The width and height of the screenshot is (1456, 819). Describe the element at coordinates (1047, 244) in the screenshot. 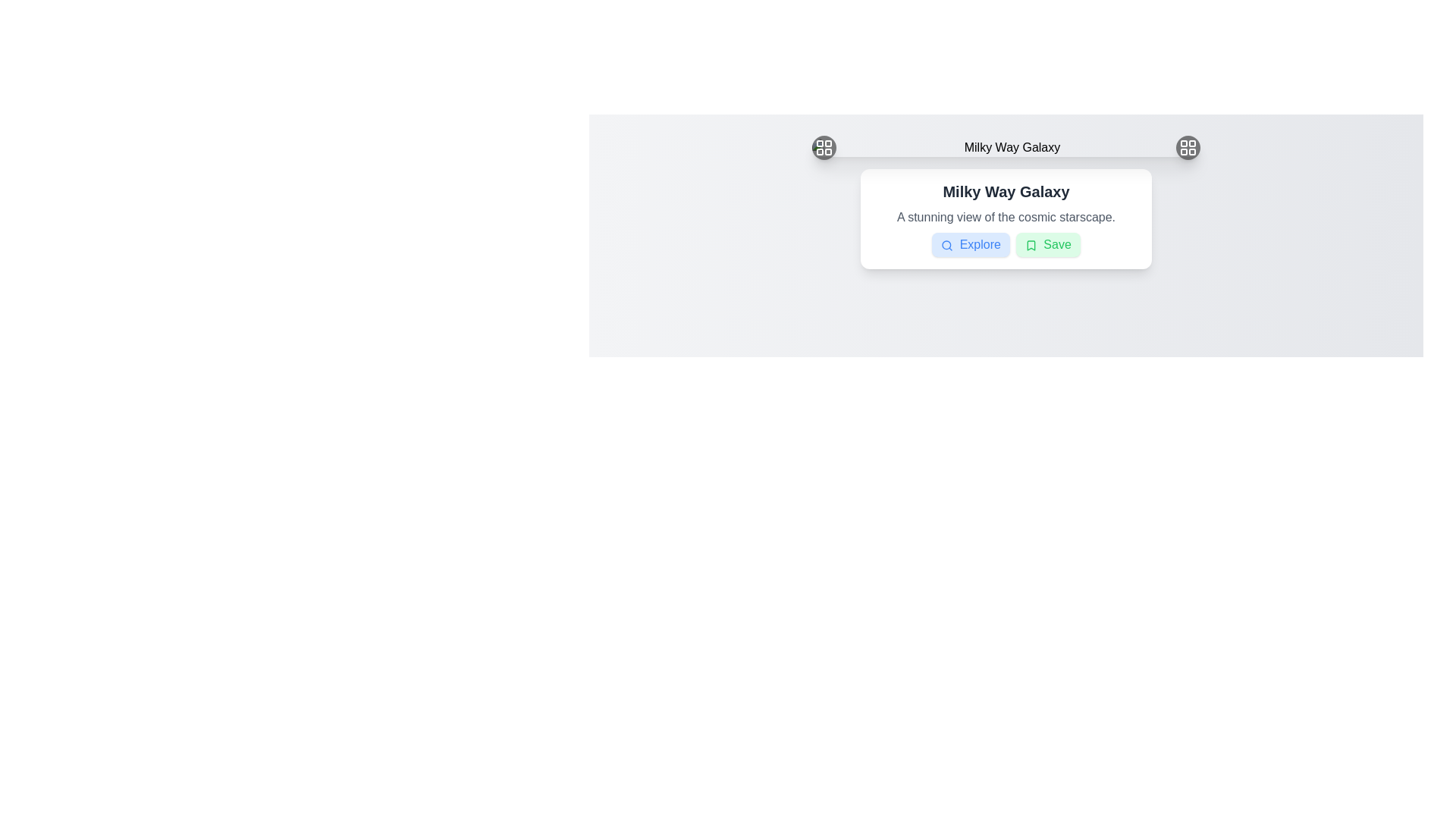

I see `the 'Save' button, which has a green text color, a light green background, rounded corners, and is located in the middle section of the interface` at that location.